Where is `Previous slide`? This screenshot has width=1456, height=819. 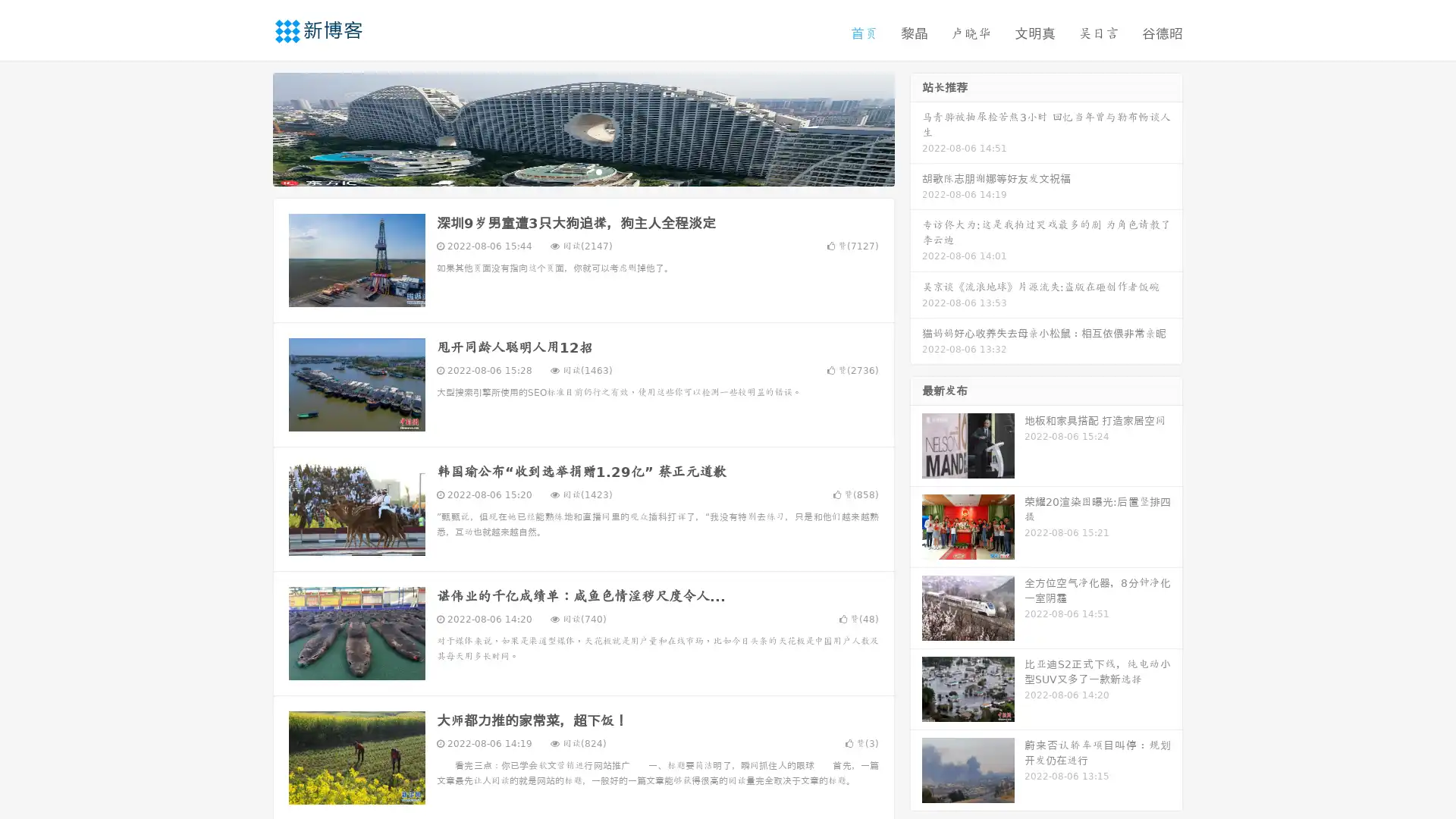 Previous slide is located at coordinates (250, 127).